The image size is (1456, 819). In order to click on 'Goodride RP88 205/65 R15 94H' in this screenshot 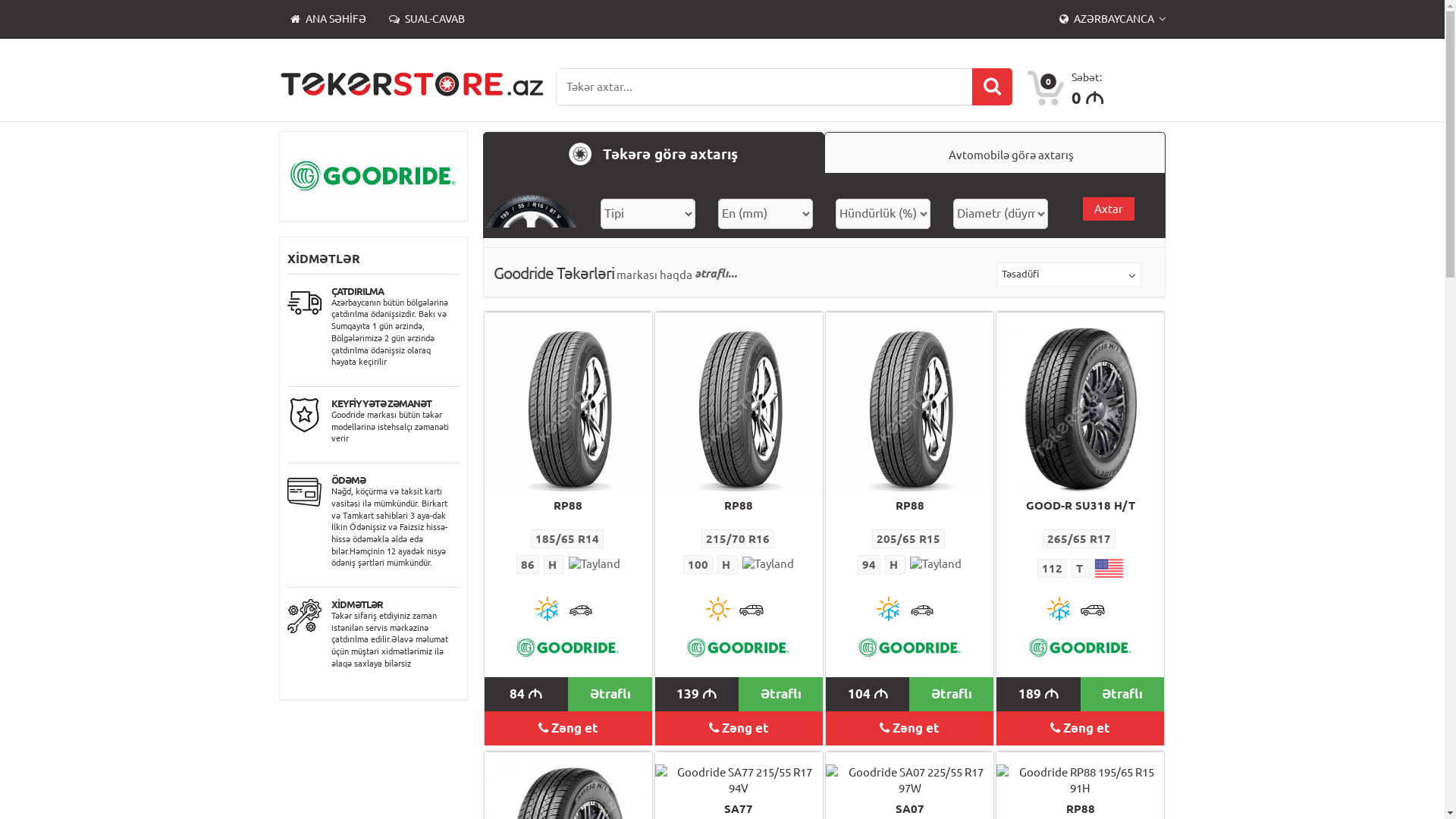, I will do `click(825, 407)`.